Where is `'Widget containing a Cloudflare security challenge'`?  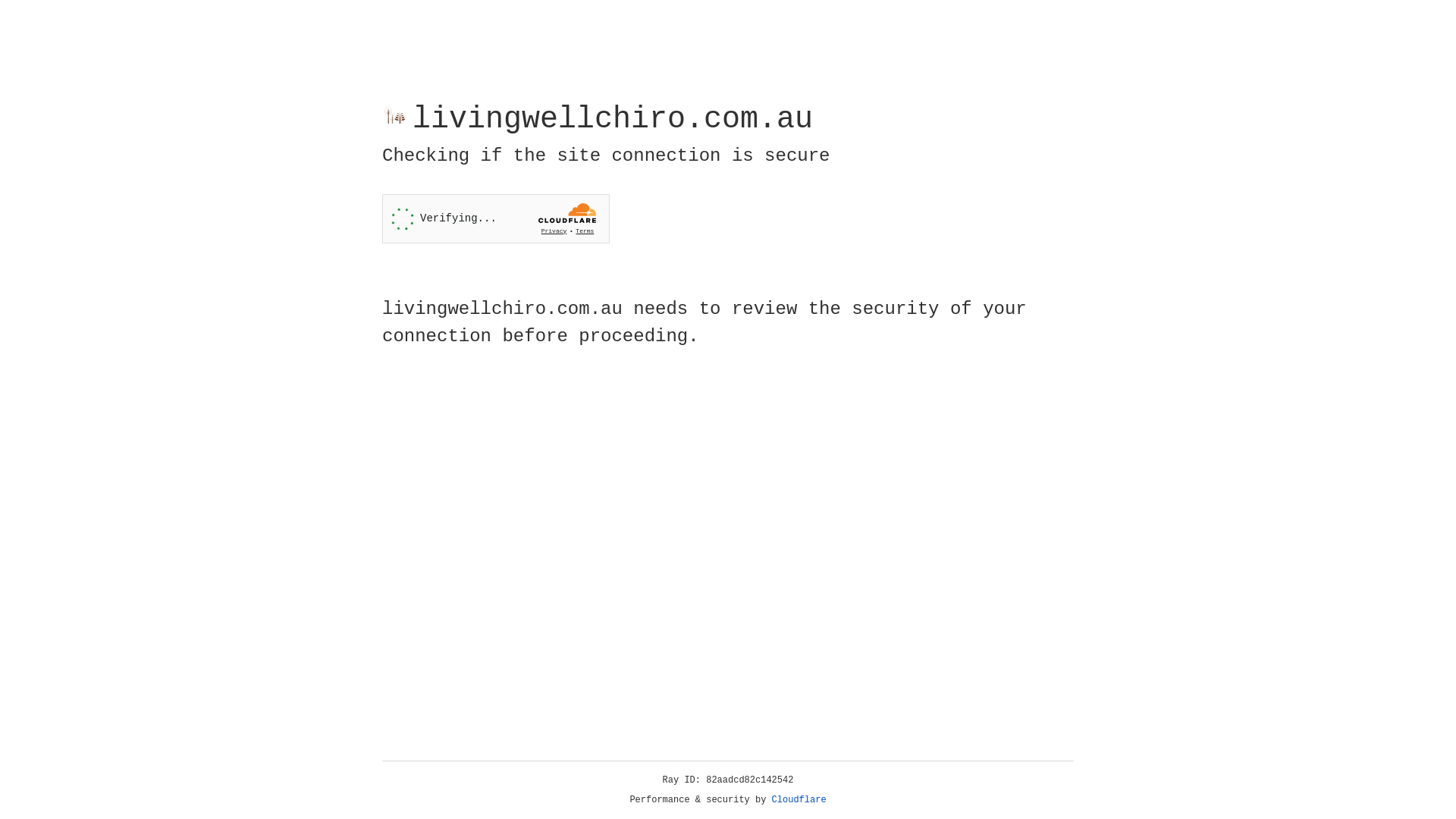
'Widget containing a Cloudflare security challenge' is located at coordinates (495, 218).